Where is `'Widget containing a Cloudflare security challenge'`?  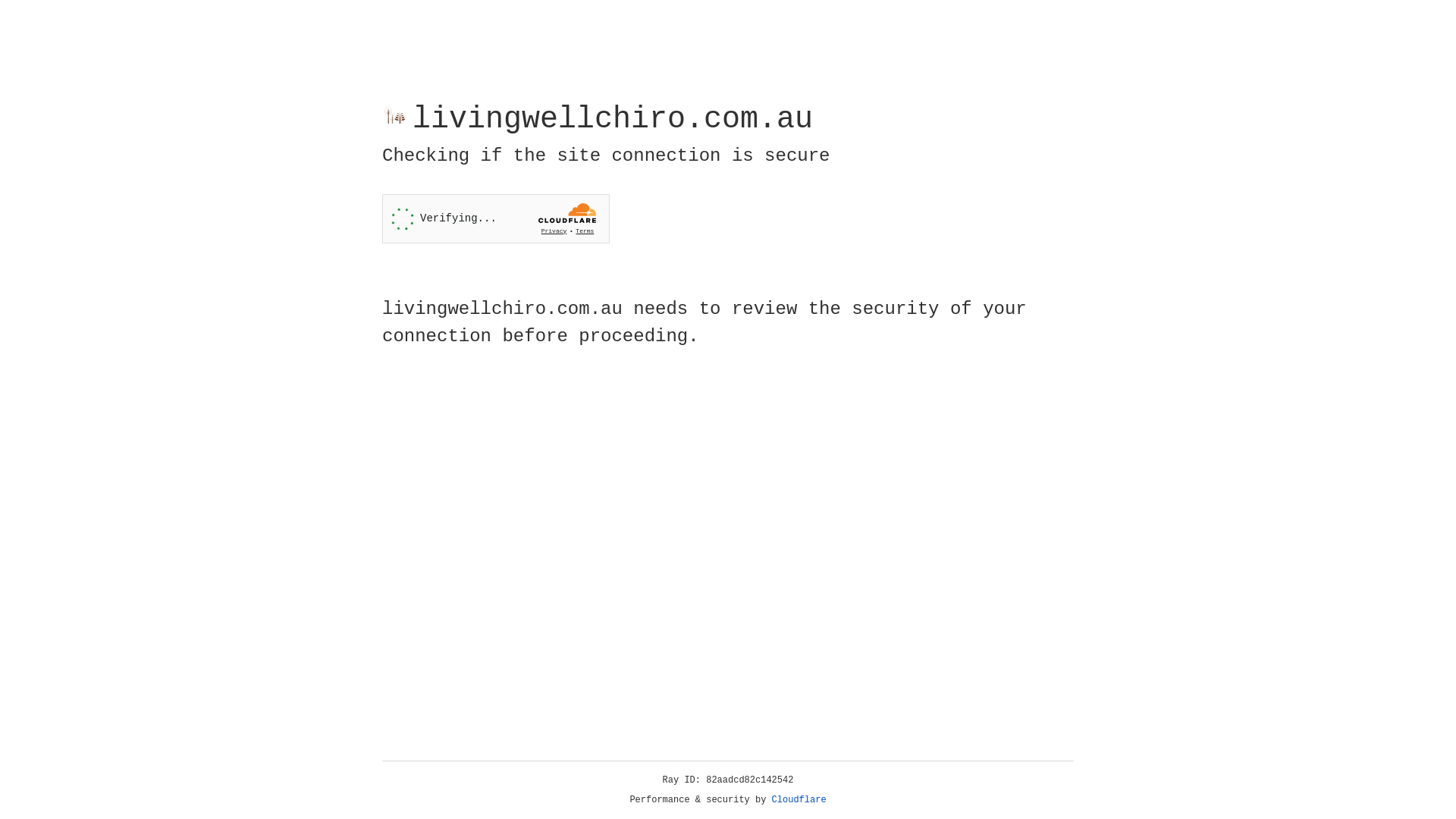
'Widget containing a Cloudflare security challenge' is located at coordinates (495, 218).